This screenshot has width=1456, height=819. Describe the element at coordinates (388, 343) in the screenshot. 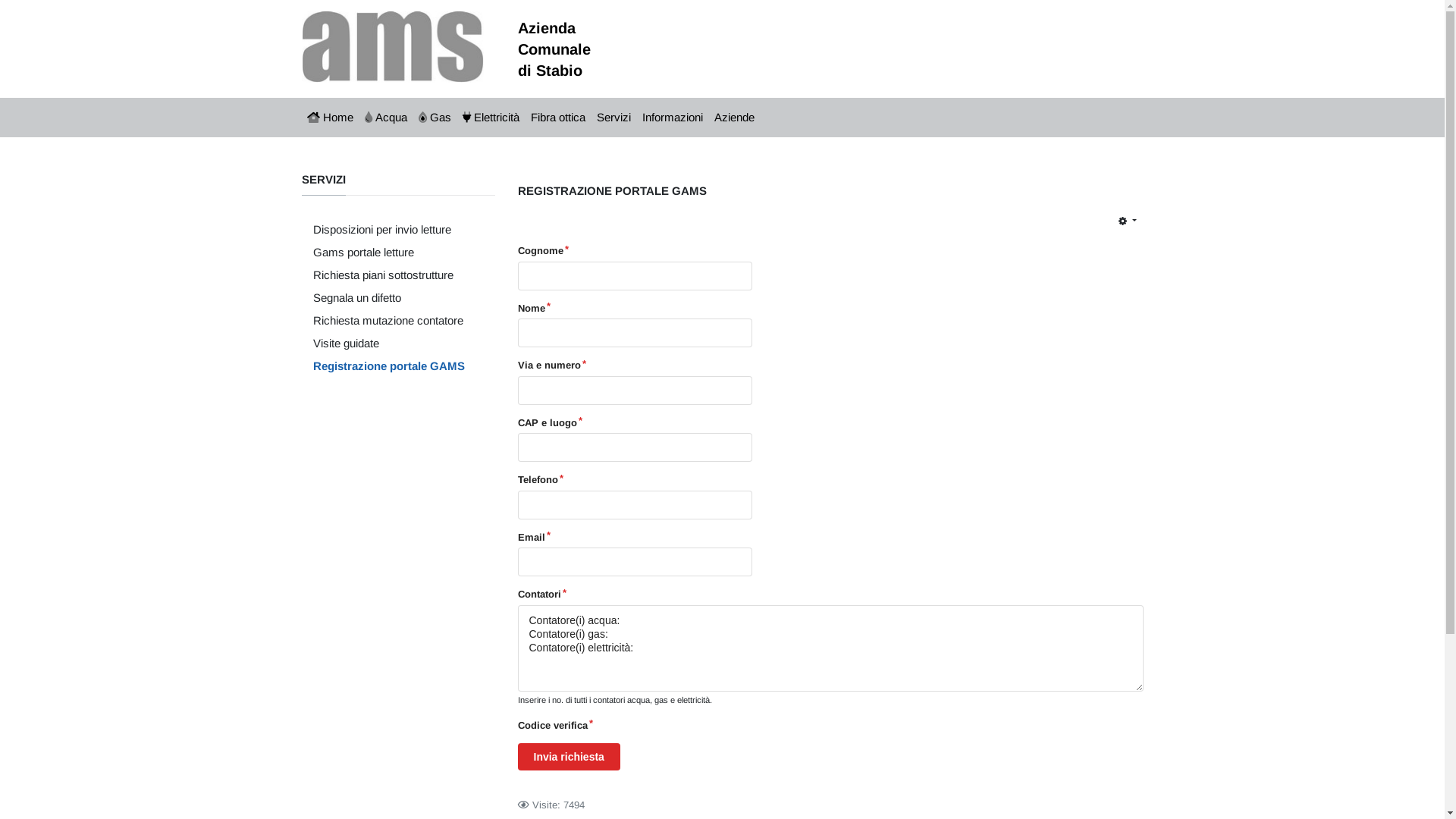

I see `'Visite guidate'` at that location.